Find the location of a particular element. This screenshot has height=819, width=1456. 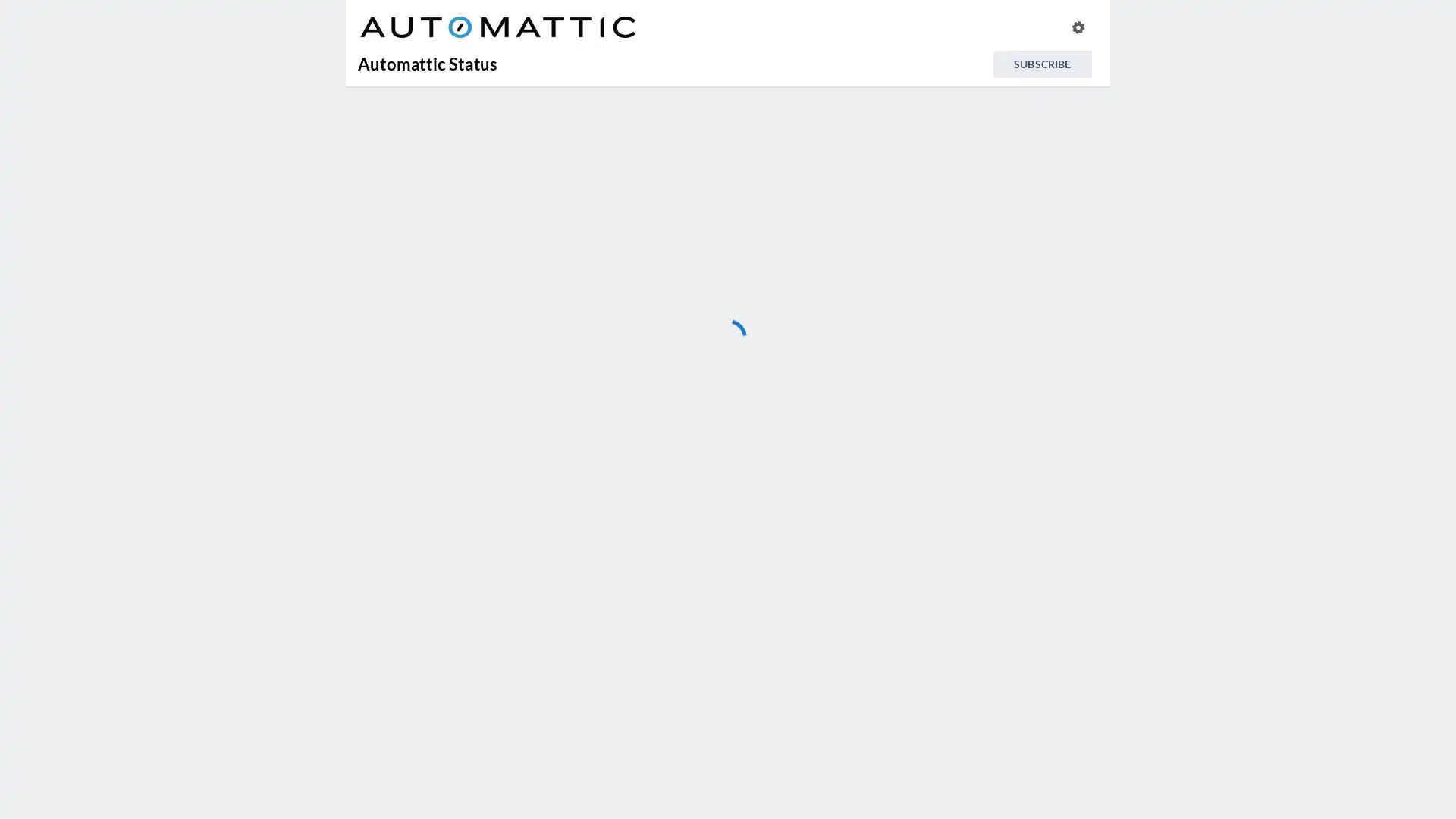

Parse.ly API Response Time : 364 ms is located at coordinates (635, 638).